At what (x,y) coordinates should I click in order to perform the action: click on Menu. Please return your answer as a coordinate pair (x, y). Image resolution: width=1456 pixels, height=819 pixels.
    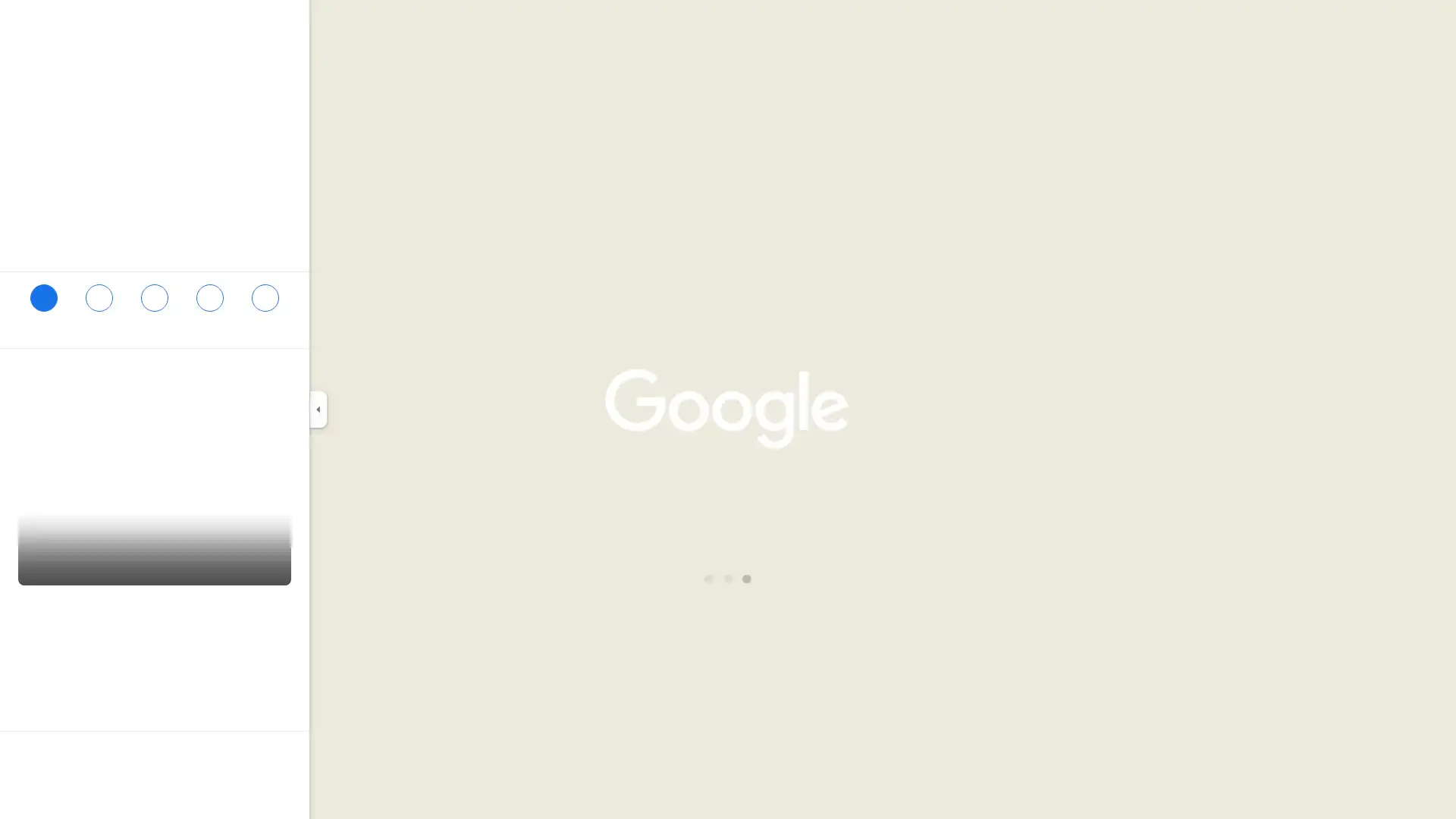
    Looking at the image, I should click on (27, 26).